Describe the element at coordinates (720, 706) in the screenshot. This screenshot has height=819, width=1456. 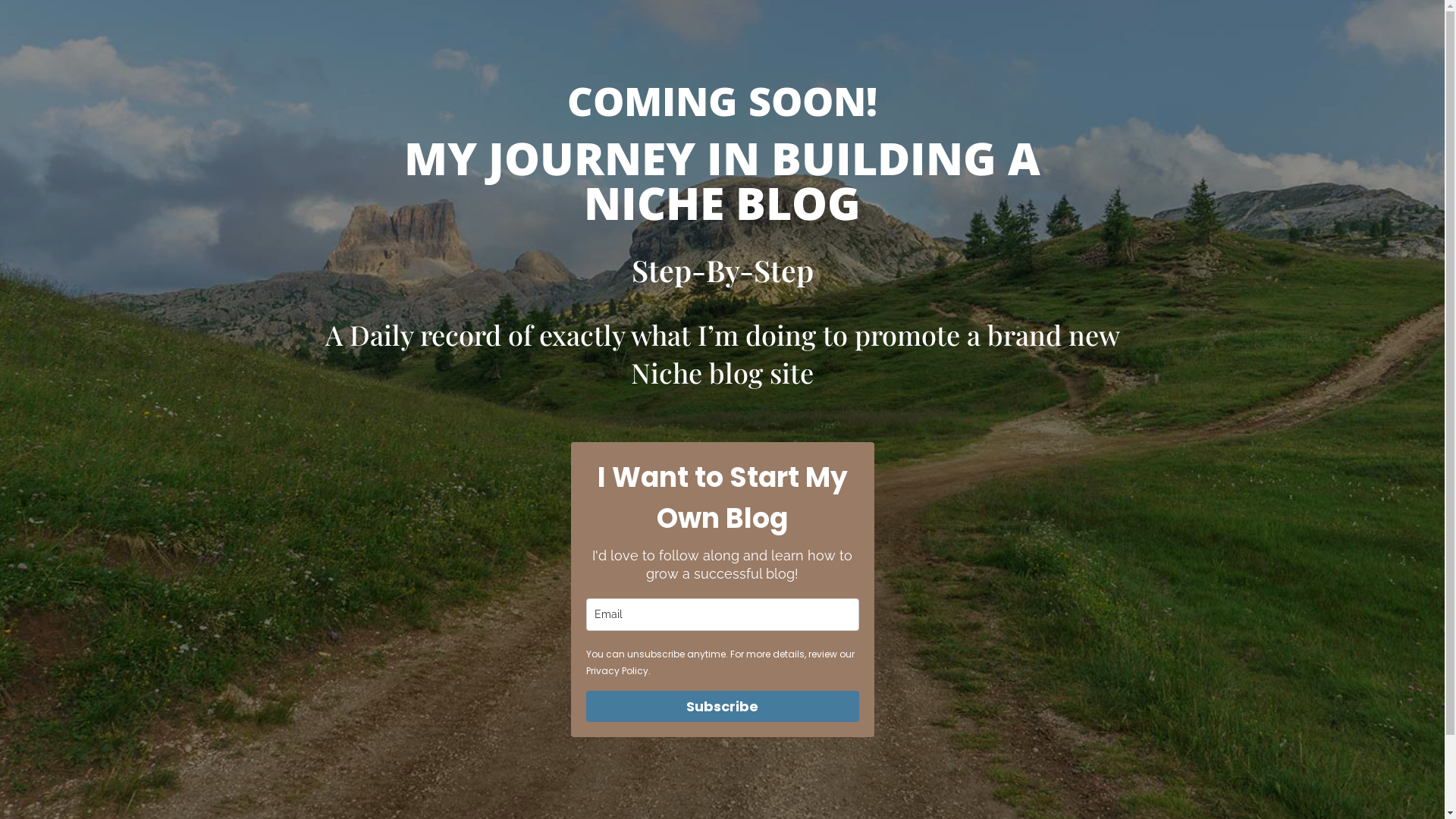
I see `'Subscribe'` at that location.